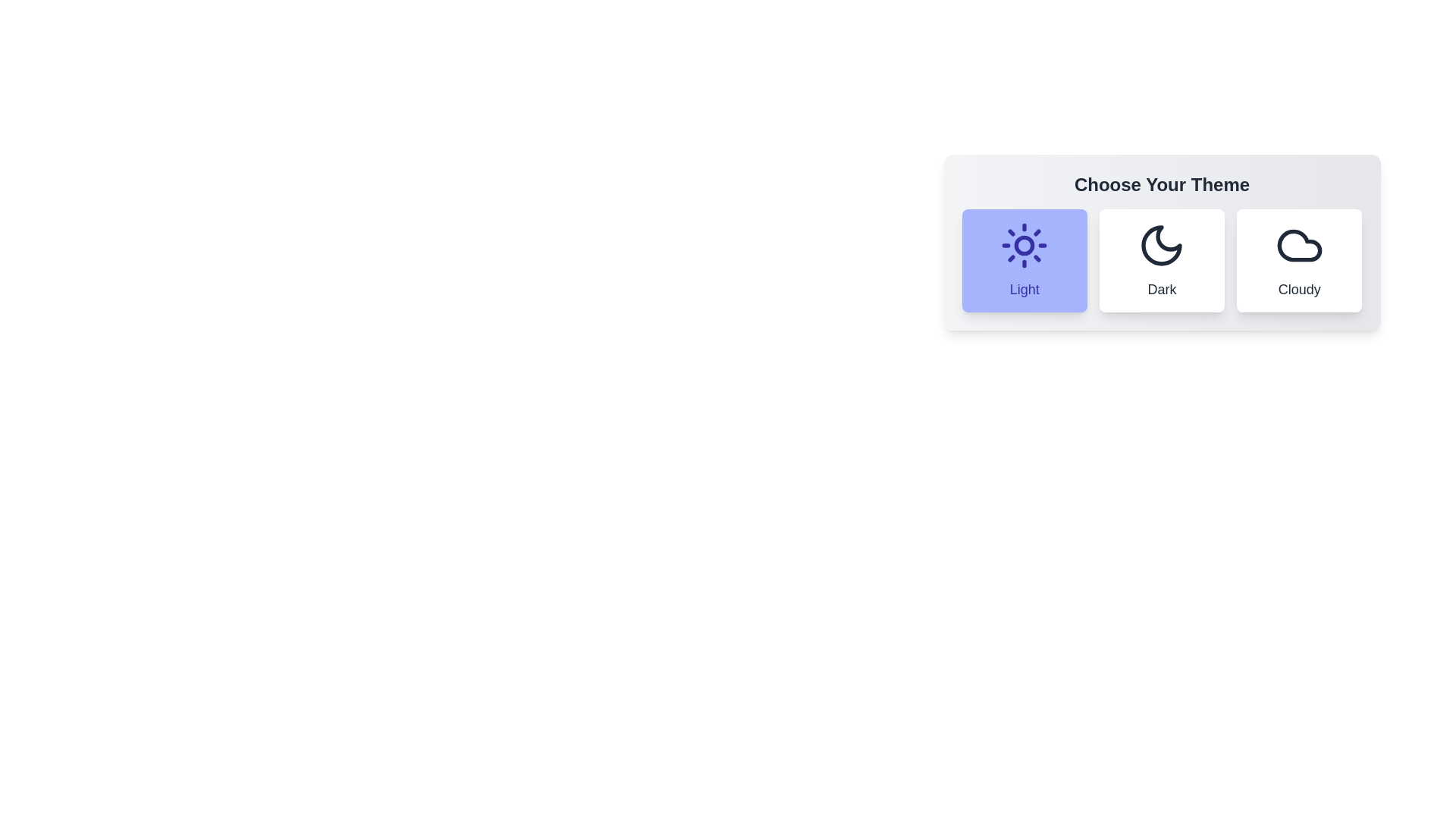 The image size is (1456, 819). Describe the element at coordinates (1025, 289) in the screenshot. I see `text label that describes the 'Light' theme, which is positioned beneath the sun icon in the first themed card` at that location.